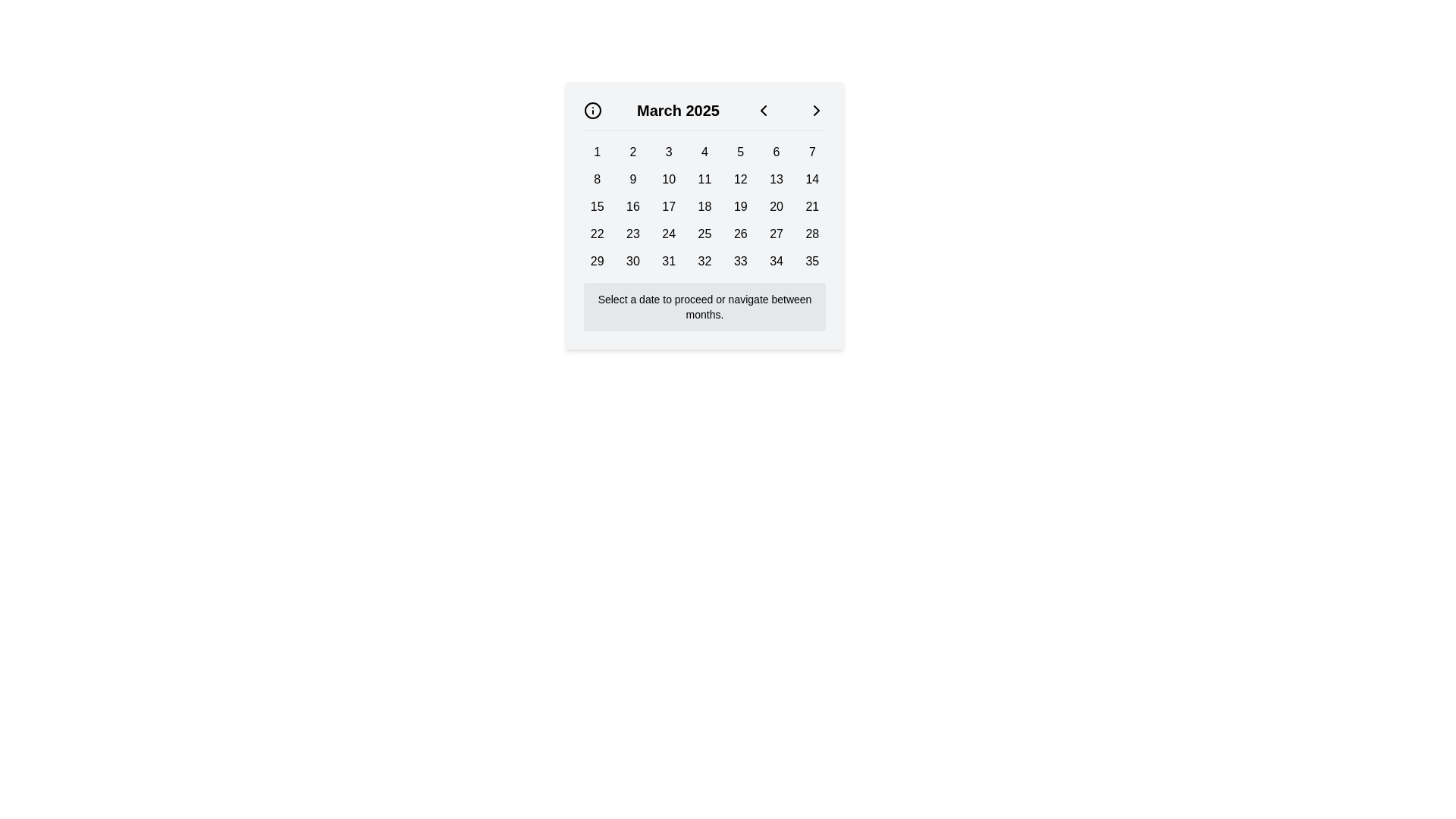 This screenshot has width=1456, height=819. What do you see at coordinates (777, 152) in the screenshot?
I see `the rectangular button labeled '6' located in the first row of the grid layout, positioned between the buttons labeled '5' and '7', below the header indicating 'March 2025'` at bounding box center [777, 152].